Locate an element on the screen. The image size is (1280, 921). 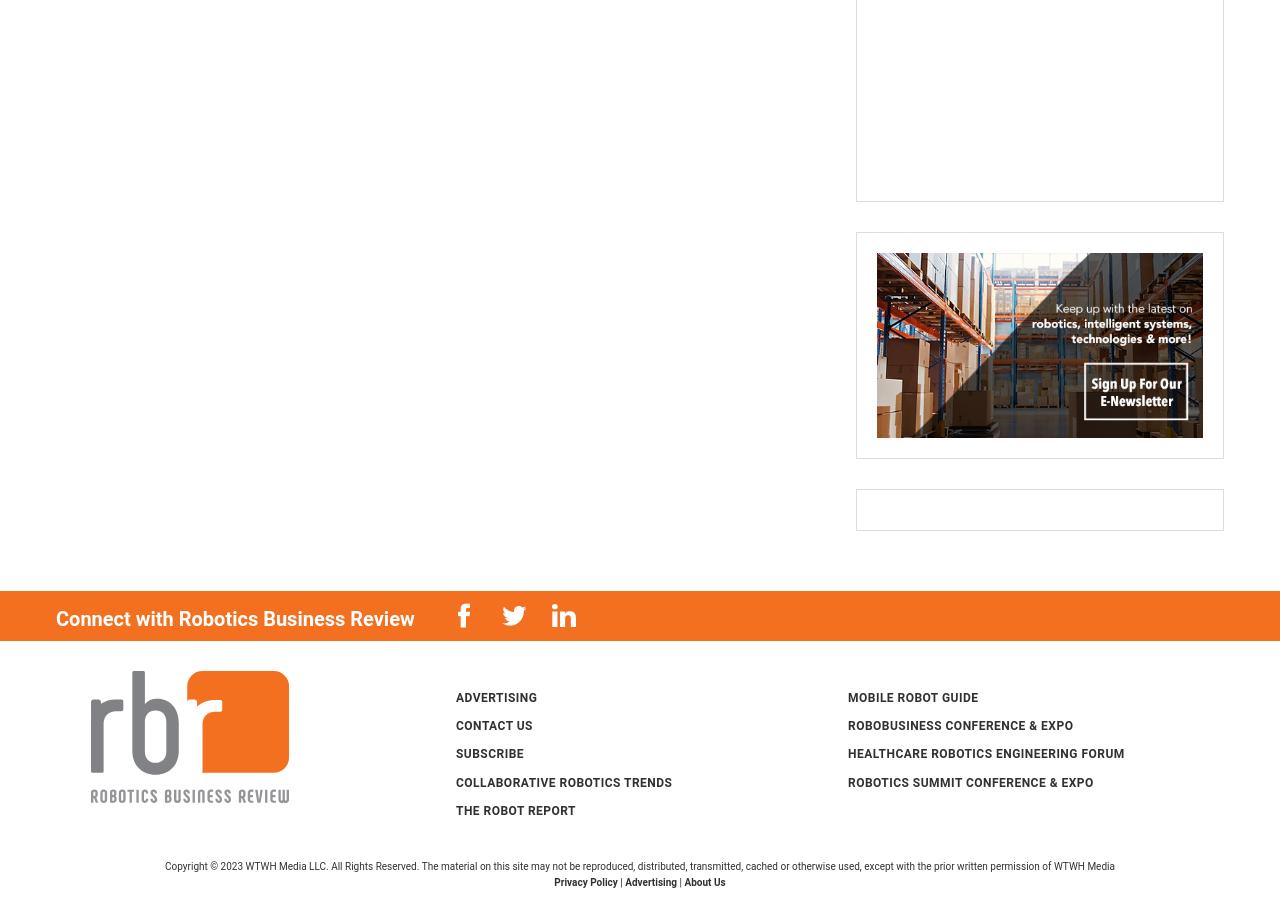
'Mobile Robot Guide' is located at coordinates (848, 697).